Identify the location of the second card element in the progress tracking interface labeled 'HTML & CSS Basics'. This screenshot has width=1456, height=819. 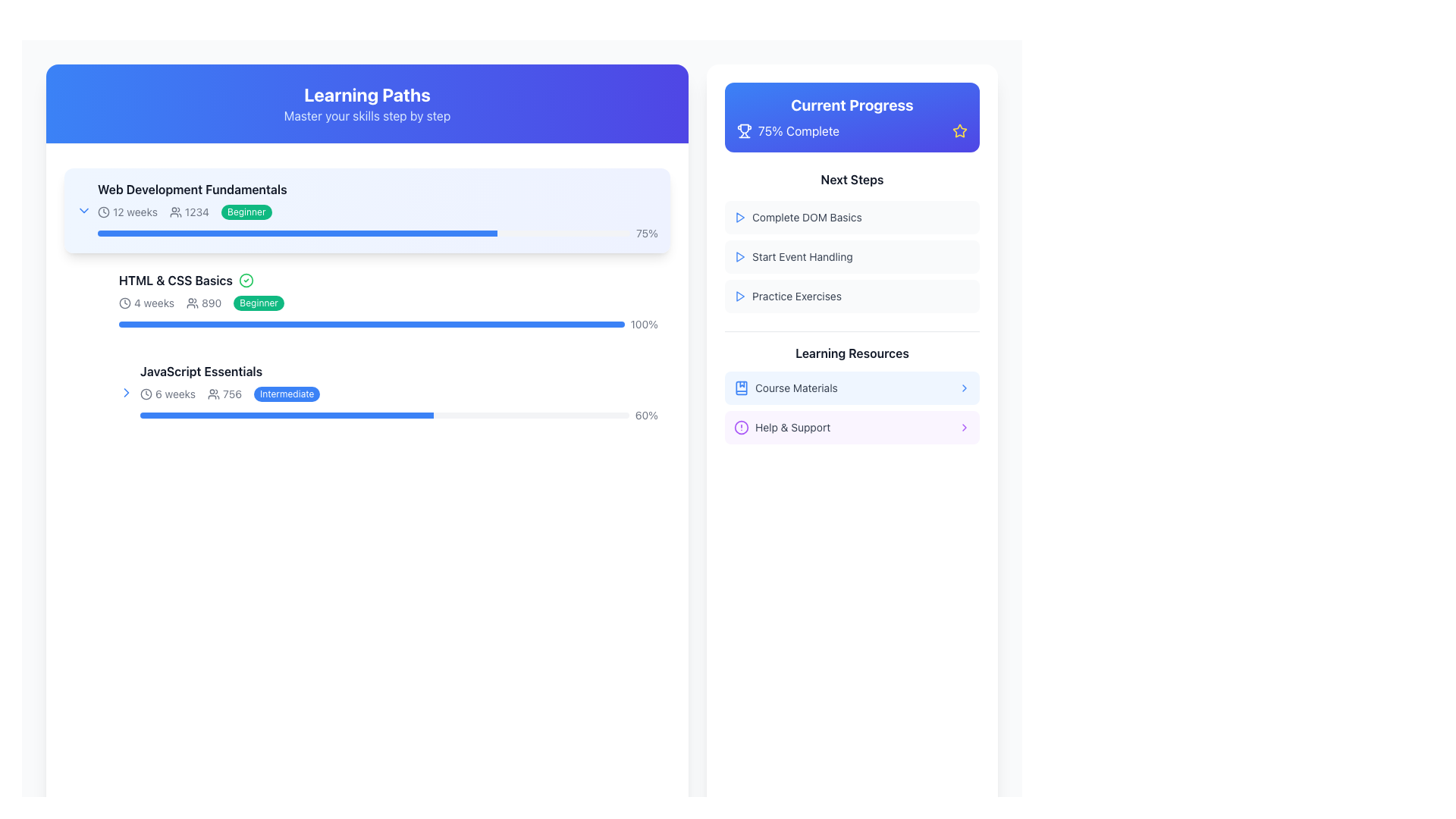
(388, 301).